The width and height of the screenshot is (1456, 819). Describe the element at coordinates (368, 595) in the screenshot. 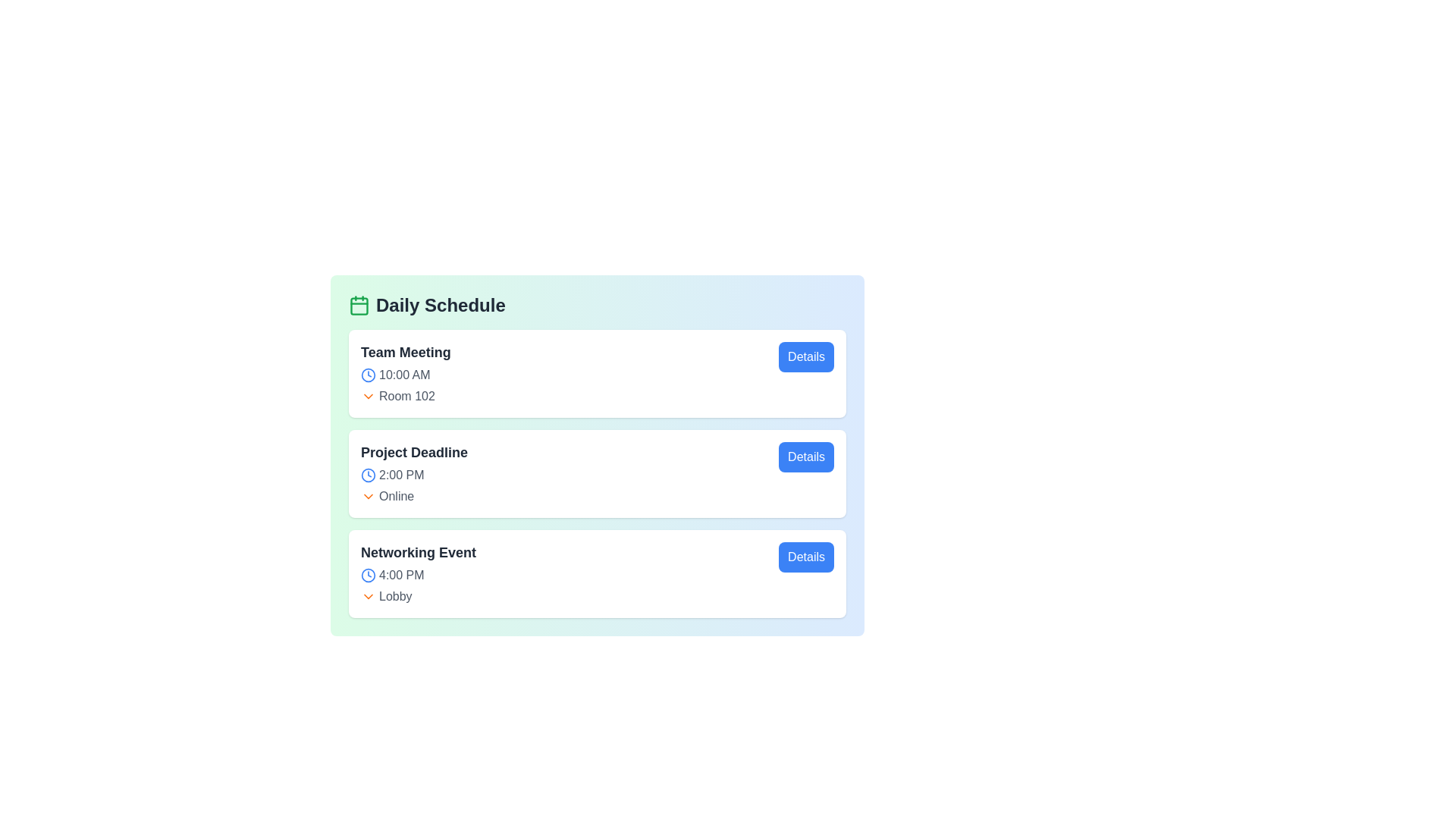

I see `the Dropdown indicator icon located to the left of the 'Lobby' text in the schedule` at that location.